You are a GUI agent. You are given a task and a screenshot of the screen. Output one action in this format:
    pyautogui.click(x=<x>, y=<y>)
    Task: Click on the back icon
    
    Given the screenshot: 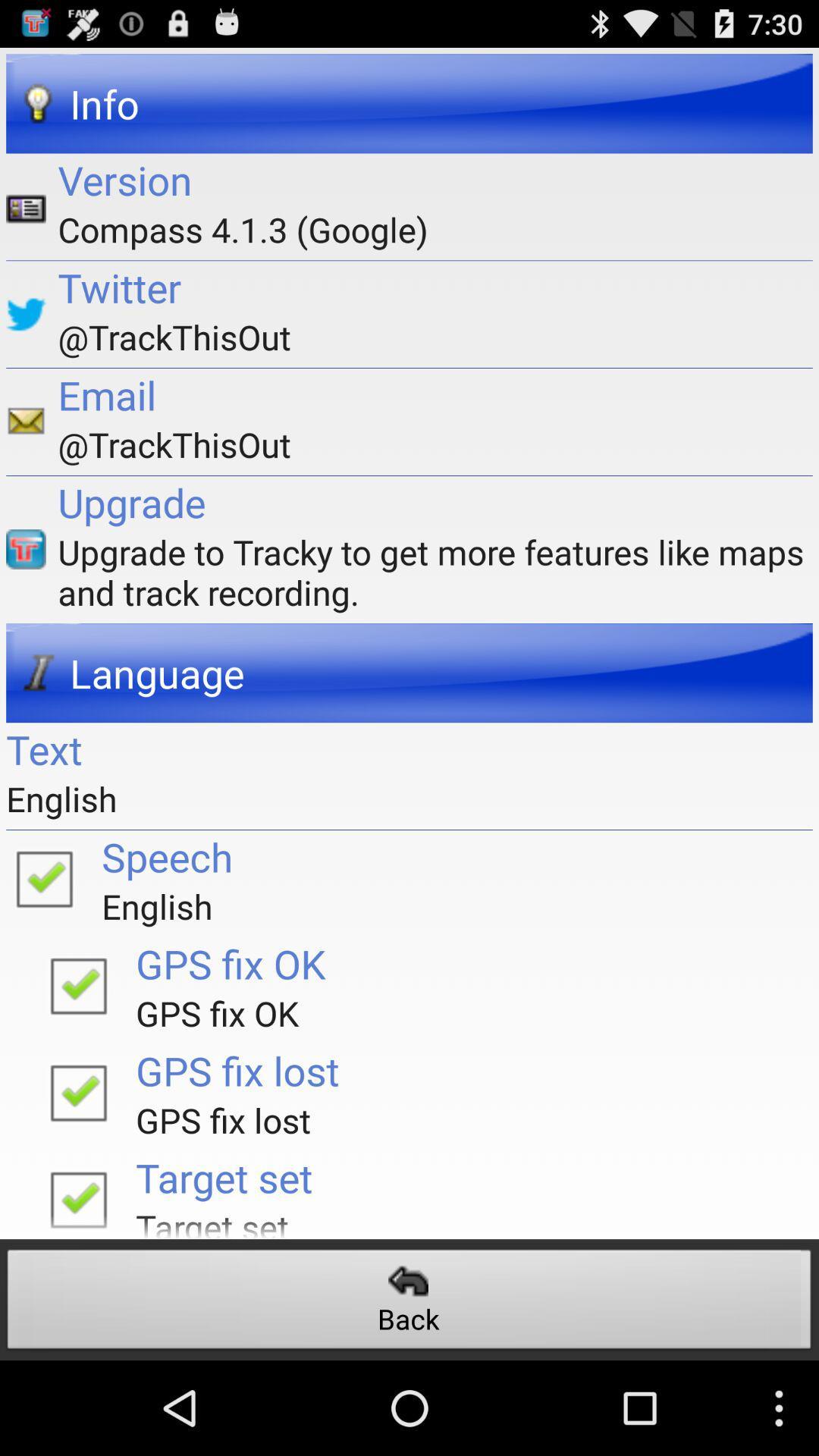 What is the action you would take?
    pyautogui.click(x=409, y=1303)
    